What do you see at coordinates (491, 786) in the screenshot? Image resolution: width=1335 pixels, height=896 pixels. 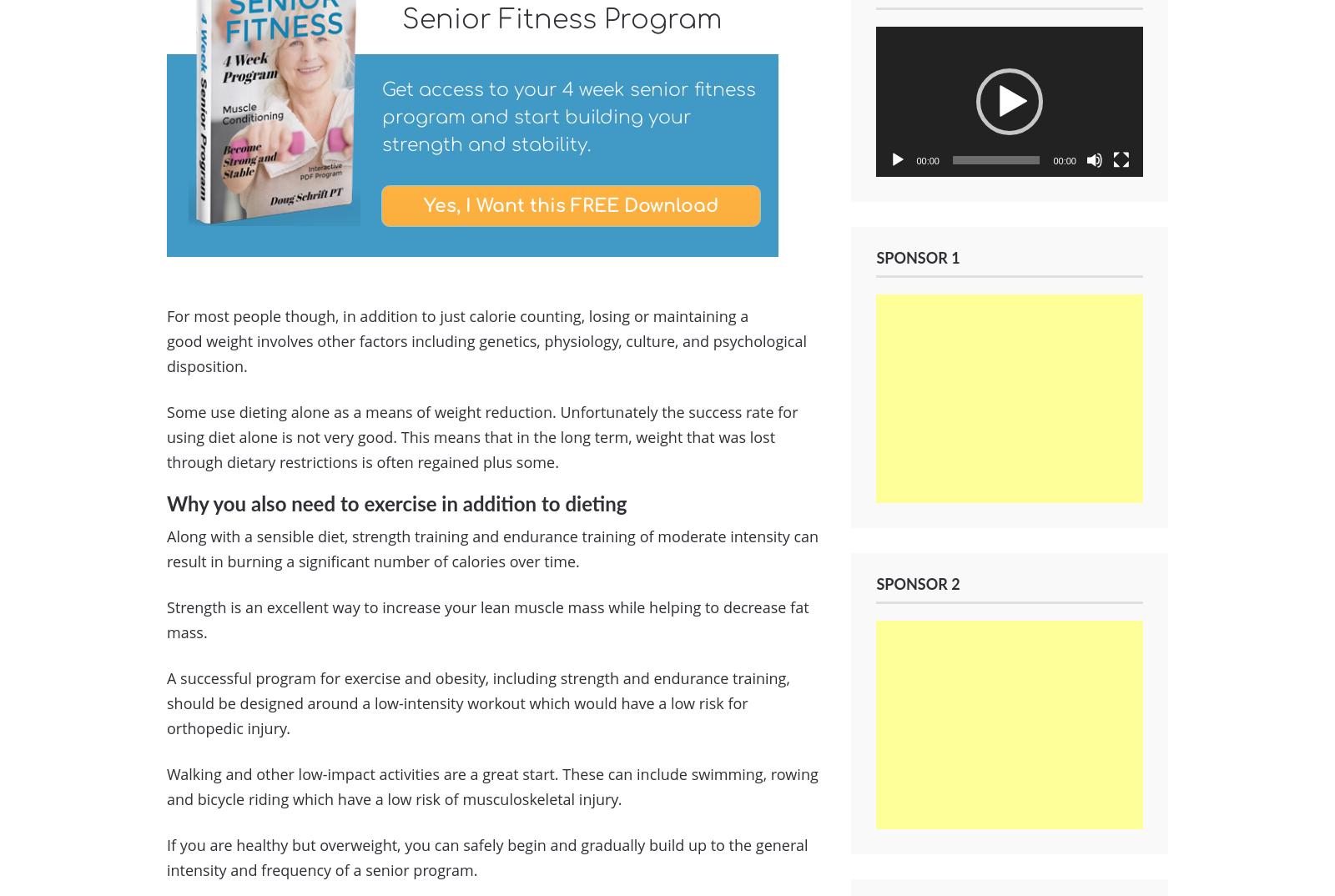 I see `'Walking and other low-impact activities are a great start. These can include swimming, rowing and bicycle riding which have a low risk of musculoskeletal injury.'` at bounding box center [491, 786].